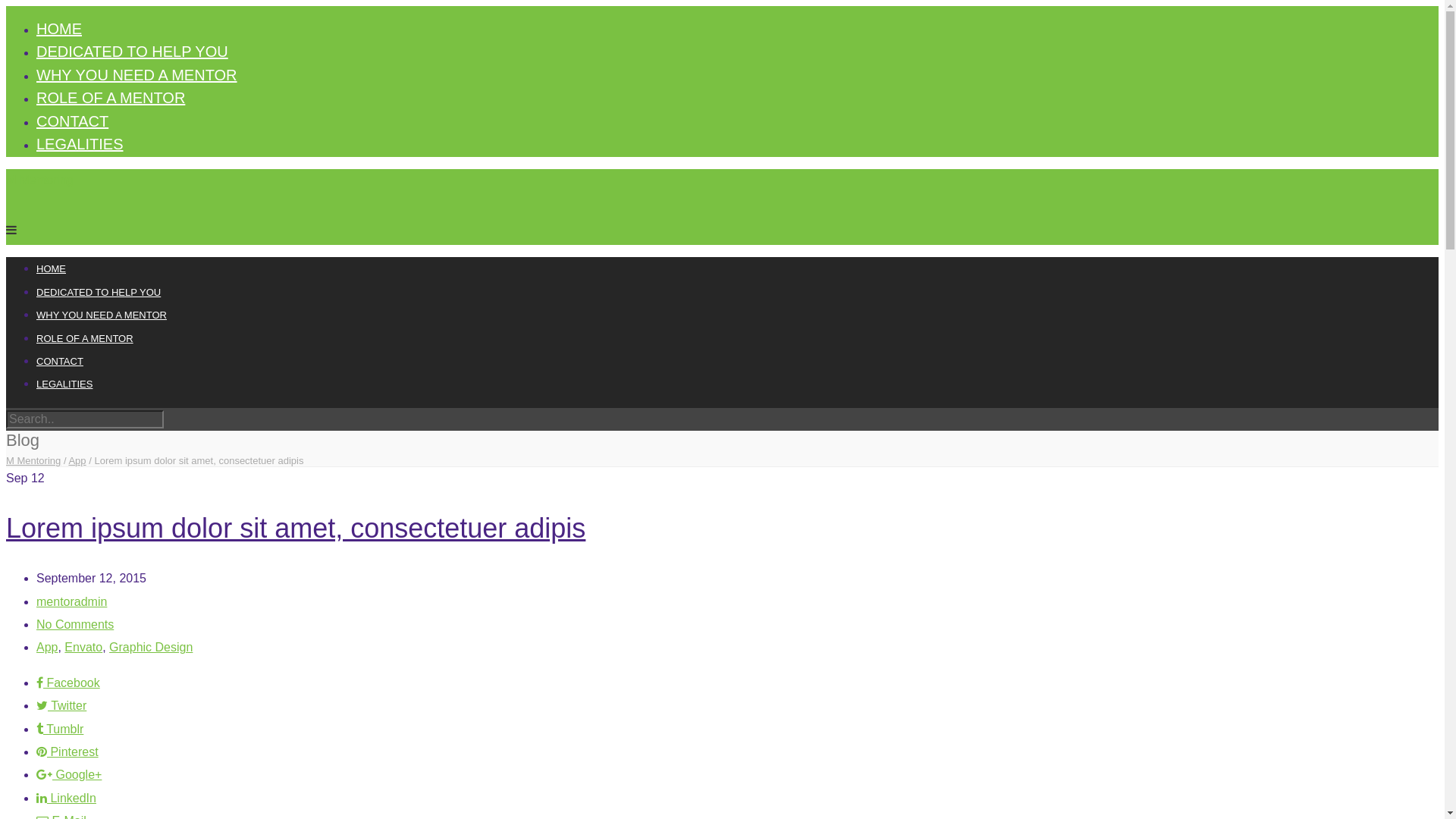  What do you see at coordinates (79, 143) in the screenshot?
I see `'LEGALITIES'` at bounding box center [79, 143].